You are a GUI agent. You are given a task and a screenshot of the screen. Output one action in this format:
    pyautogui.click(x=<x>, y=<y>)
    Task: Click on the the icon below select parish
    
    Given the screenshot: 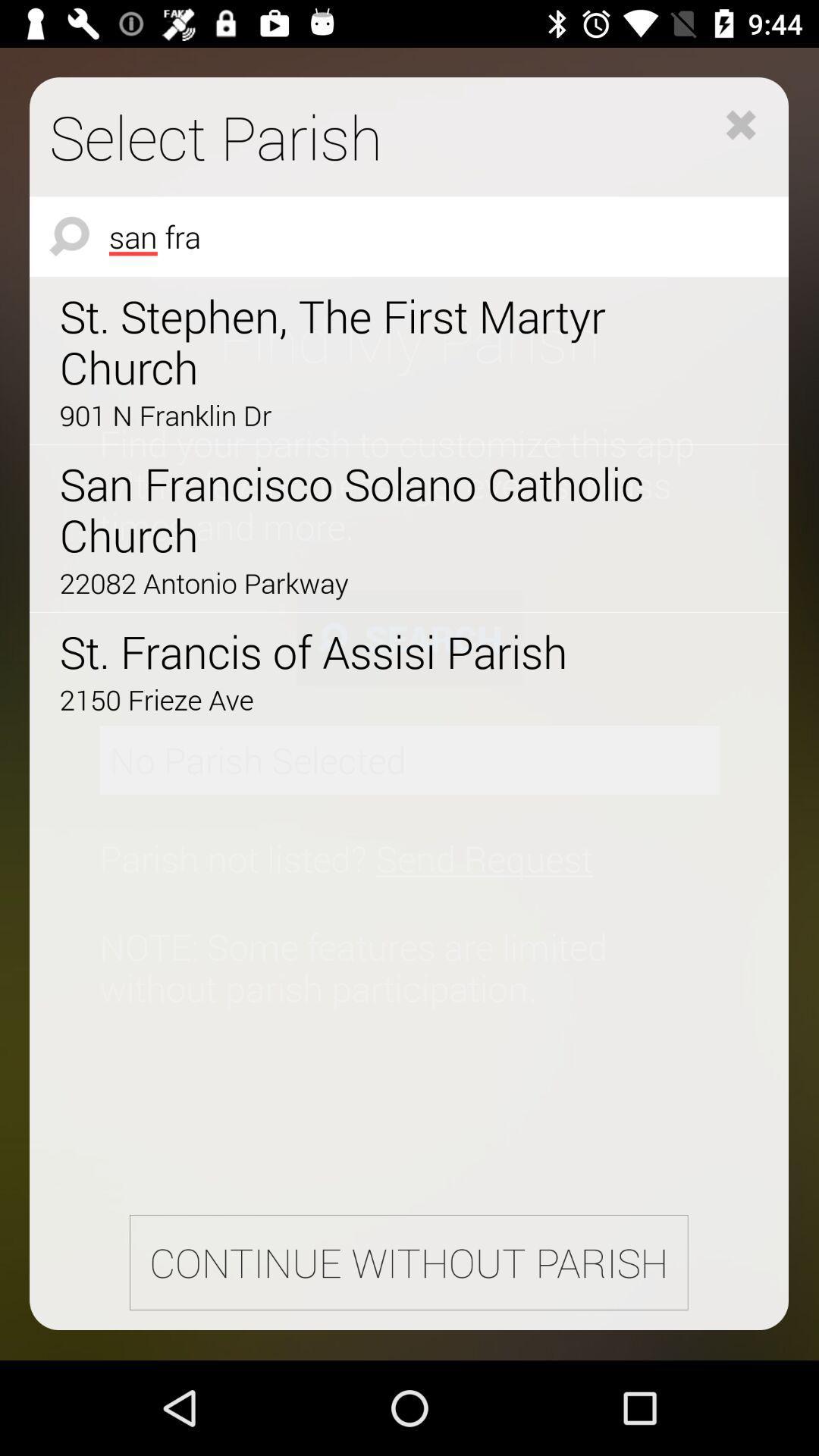 What is the action you would take?
    pyautogui.click(x=408, y=236)
    